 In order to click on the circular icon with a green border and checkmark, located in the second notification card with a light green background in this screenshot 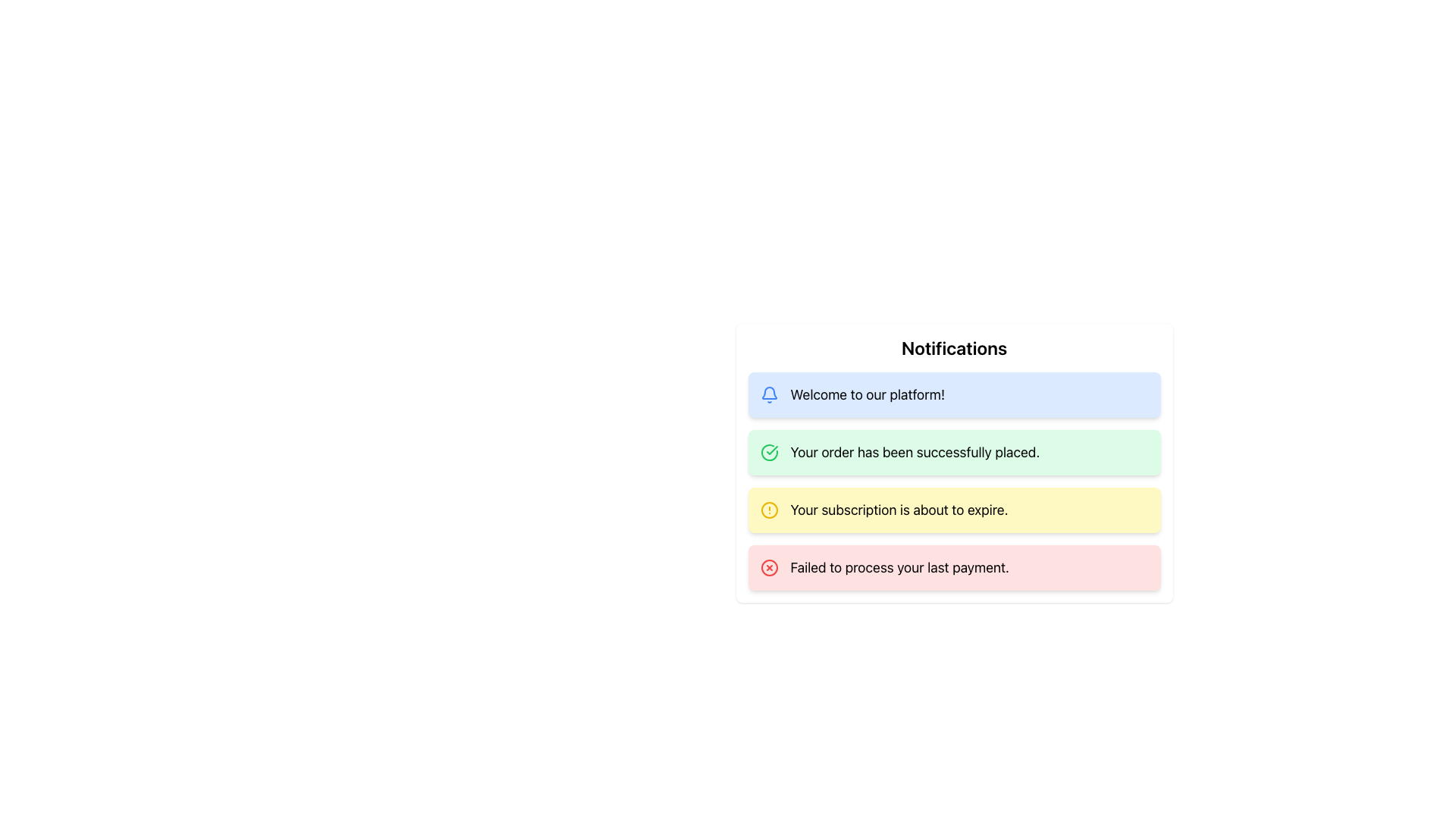, I will do `click(769, 452)`.